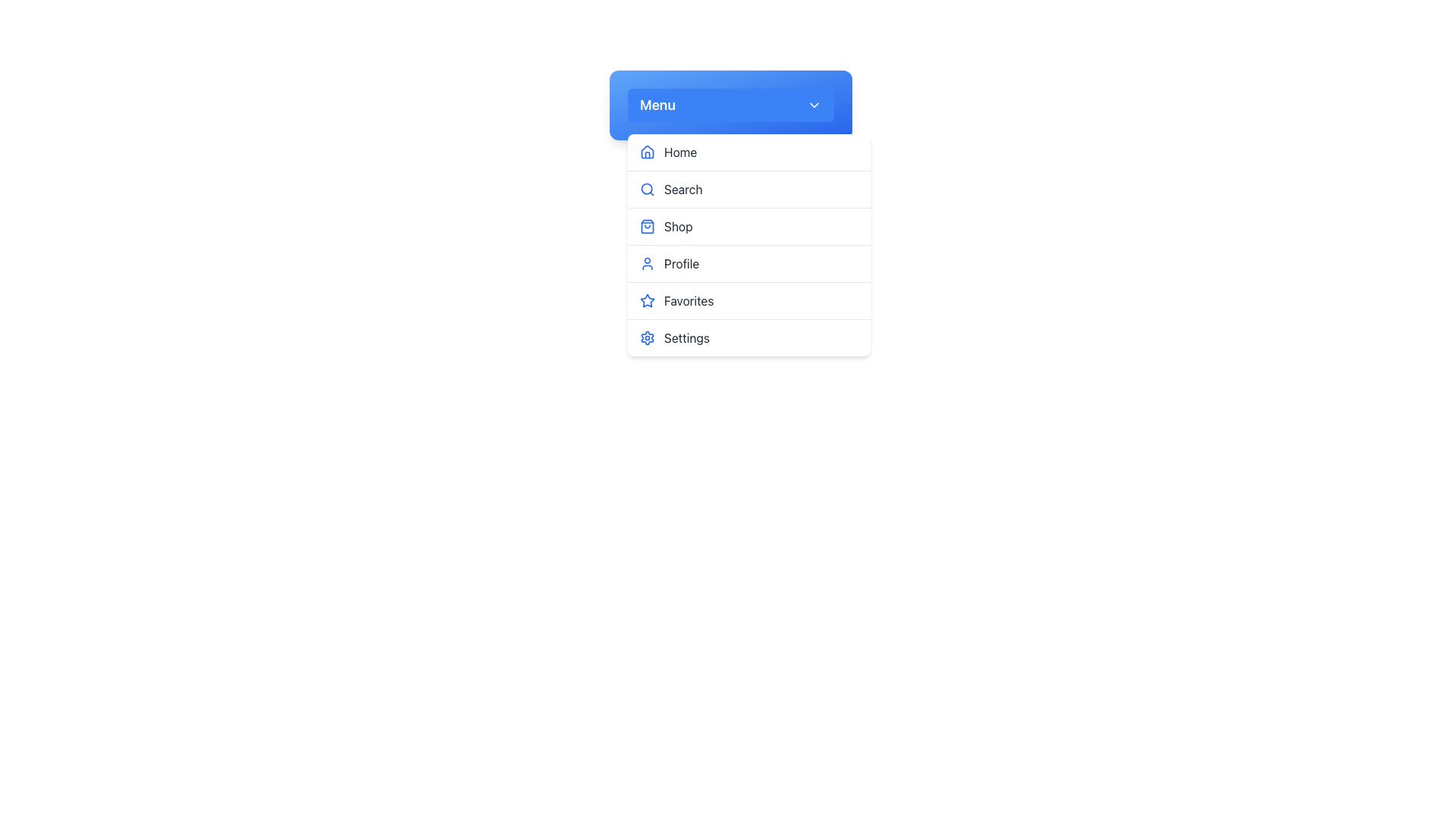  Describe the element at coordinates (731, 104) in the screenshot. I see `the dropdown menu trigger button located at the upper center of the interface with a blue background` at that location.